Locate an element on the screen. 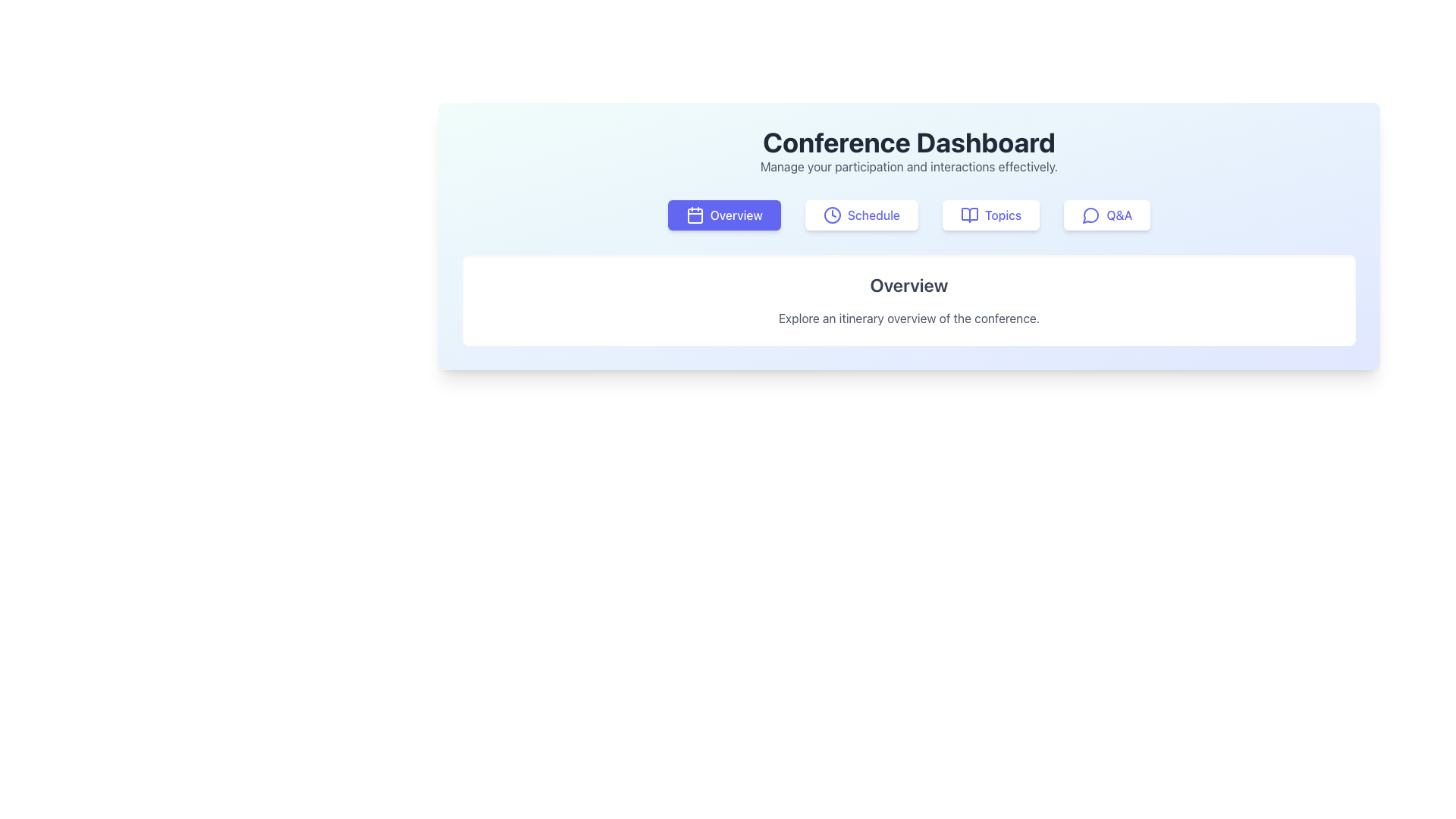 This screenshot has height=819, width=1456. the clock icon component that is centrally located within the 'Schedule' button in the horizontal navigation bar is located at coordinates (831, 215).